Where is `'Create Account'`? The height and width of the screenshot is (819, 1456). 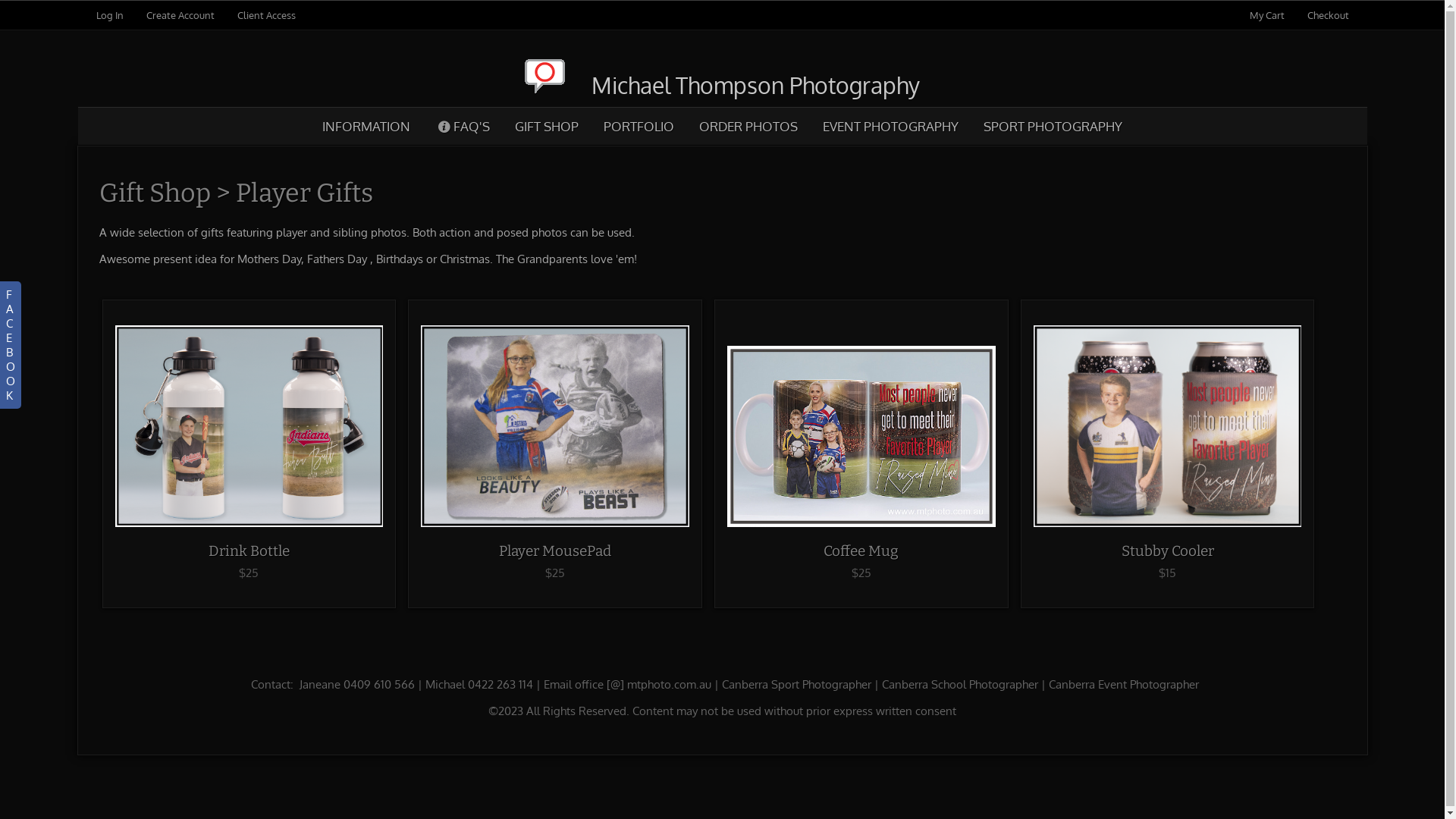
'Create Account' is located at coordinates (179, 14).